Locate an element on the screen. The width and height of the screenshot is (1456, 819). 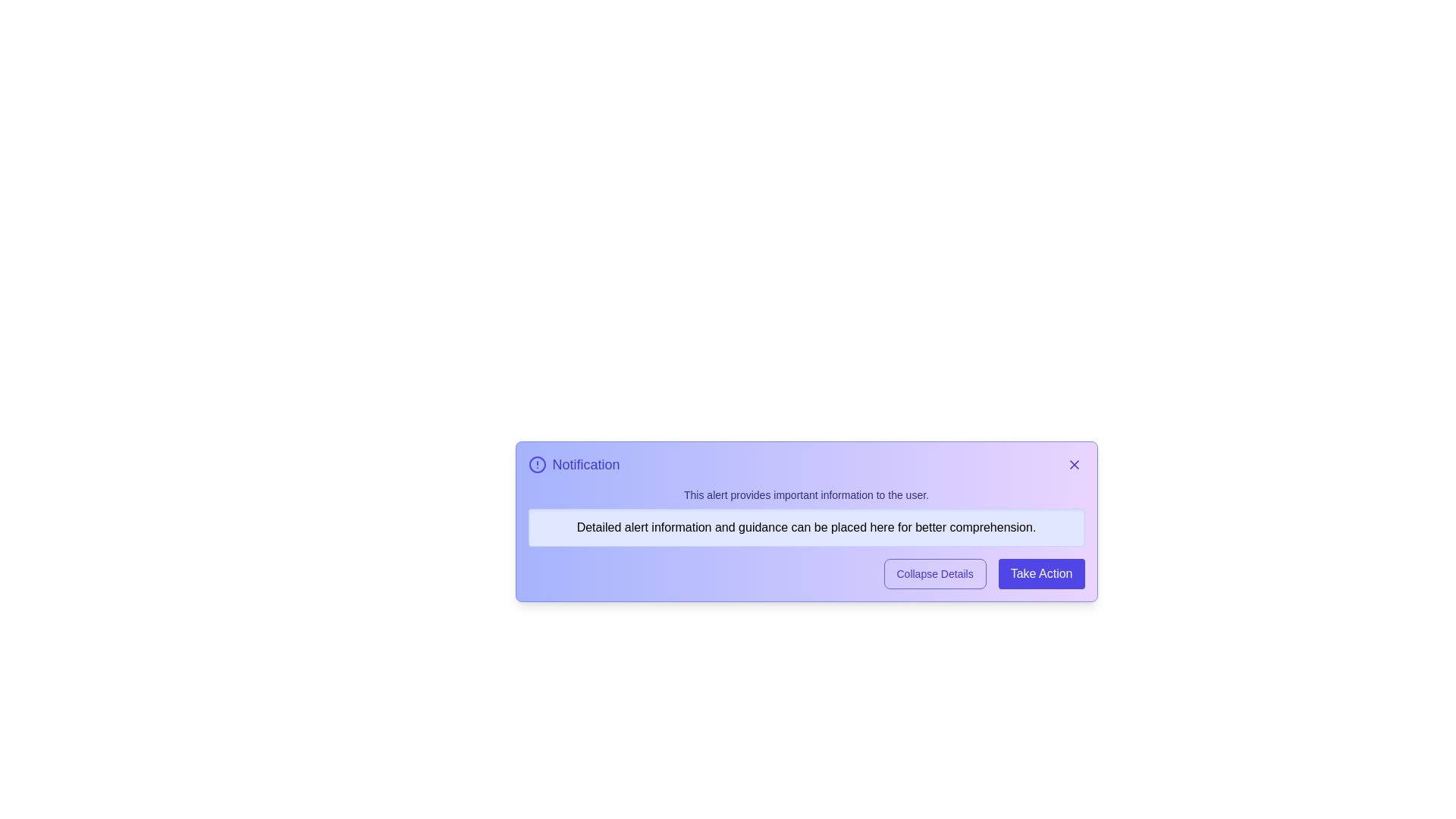
the close button to dismiss the alert is located at coordinates (1073, 464).